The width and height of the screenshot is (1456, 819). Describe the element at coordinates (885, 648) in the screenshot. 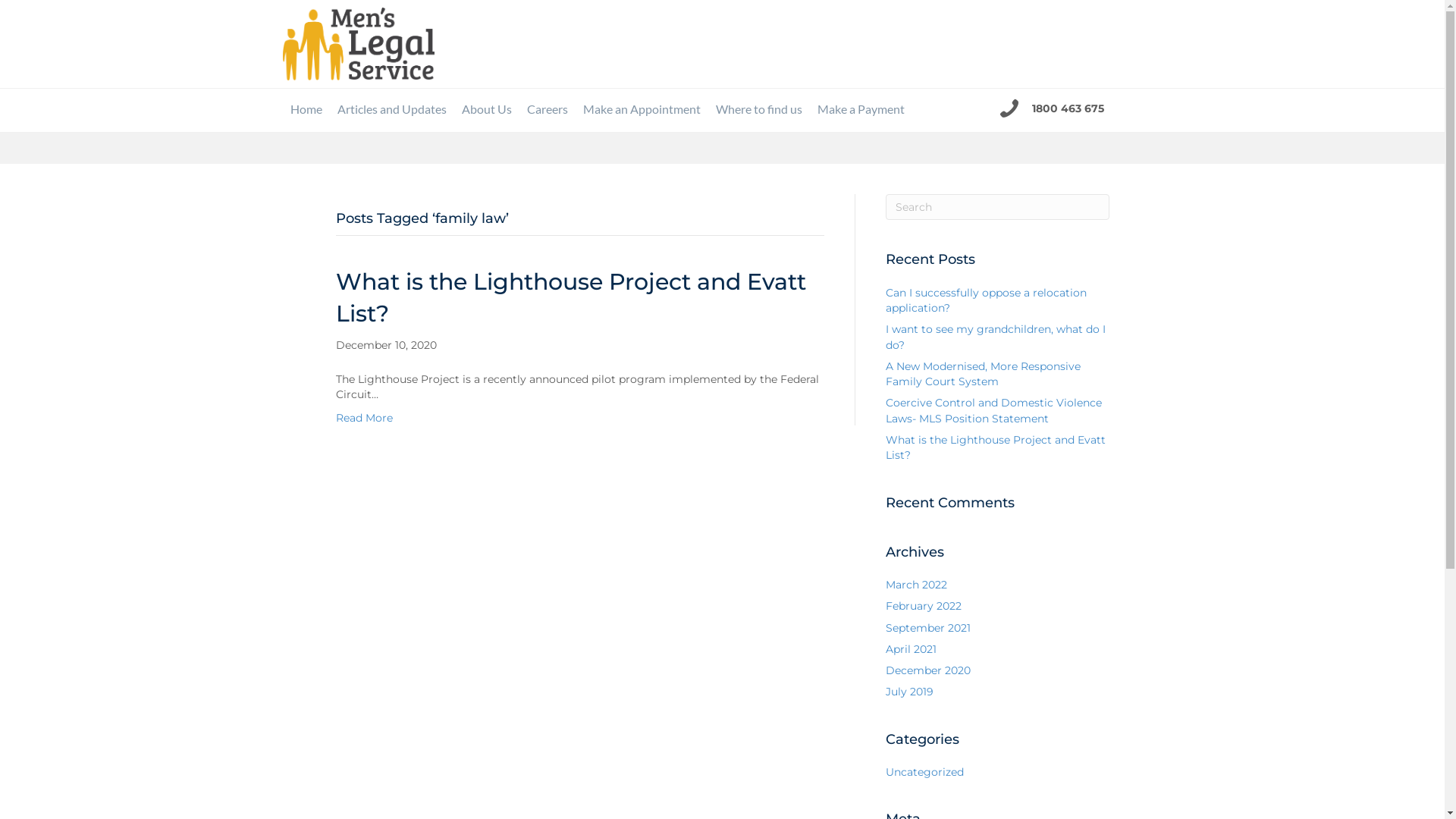

I see `'April 2021'` at that location.